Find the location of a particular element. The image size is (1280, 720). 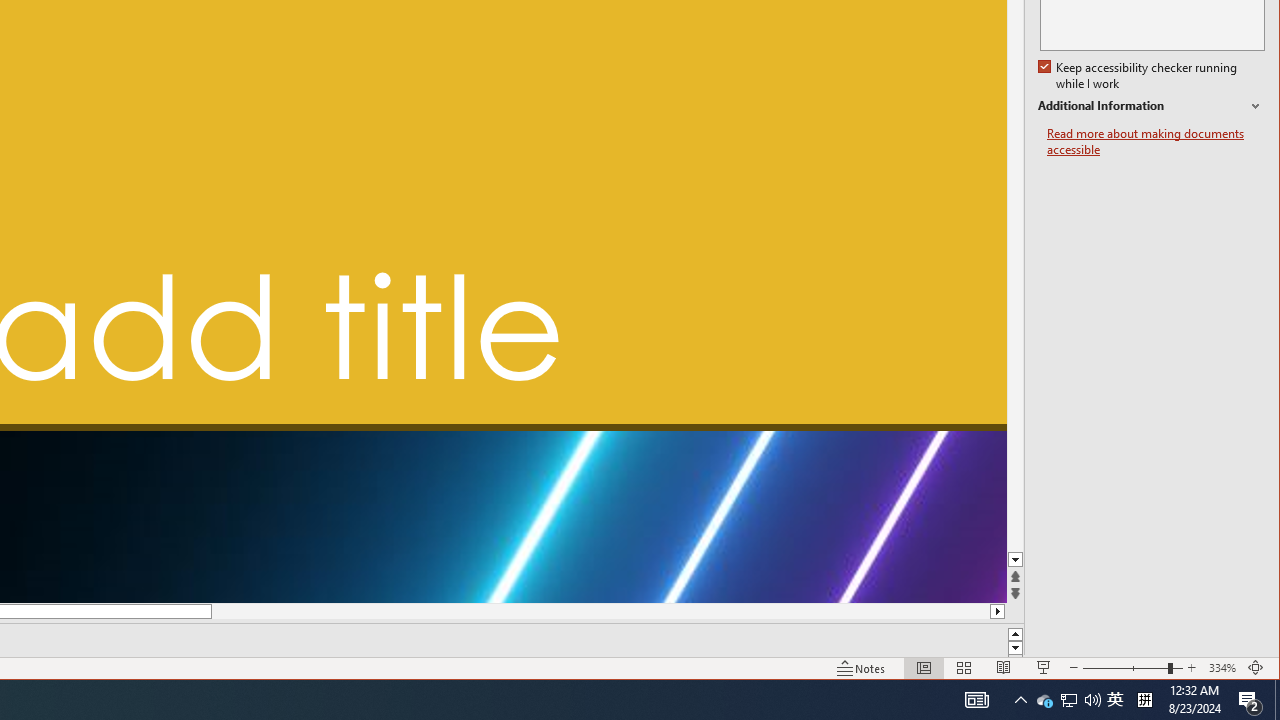

'Zoom 334%' is located at coordinates (1221, 668).